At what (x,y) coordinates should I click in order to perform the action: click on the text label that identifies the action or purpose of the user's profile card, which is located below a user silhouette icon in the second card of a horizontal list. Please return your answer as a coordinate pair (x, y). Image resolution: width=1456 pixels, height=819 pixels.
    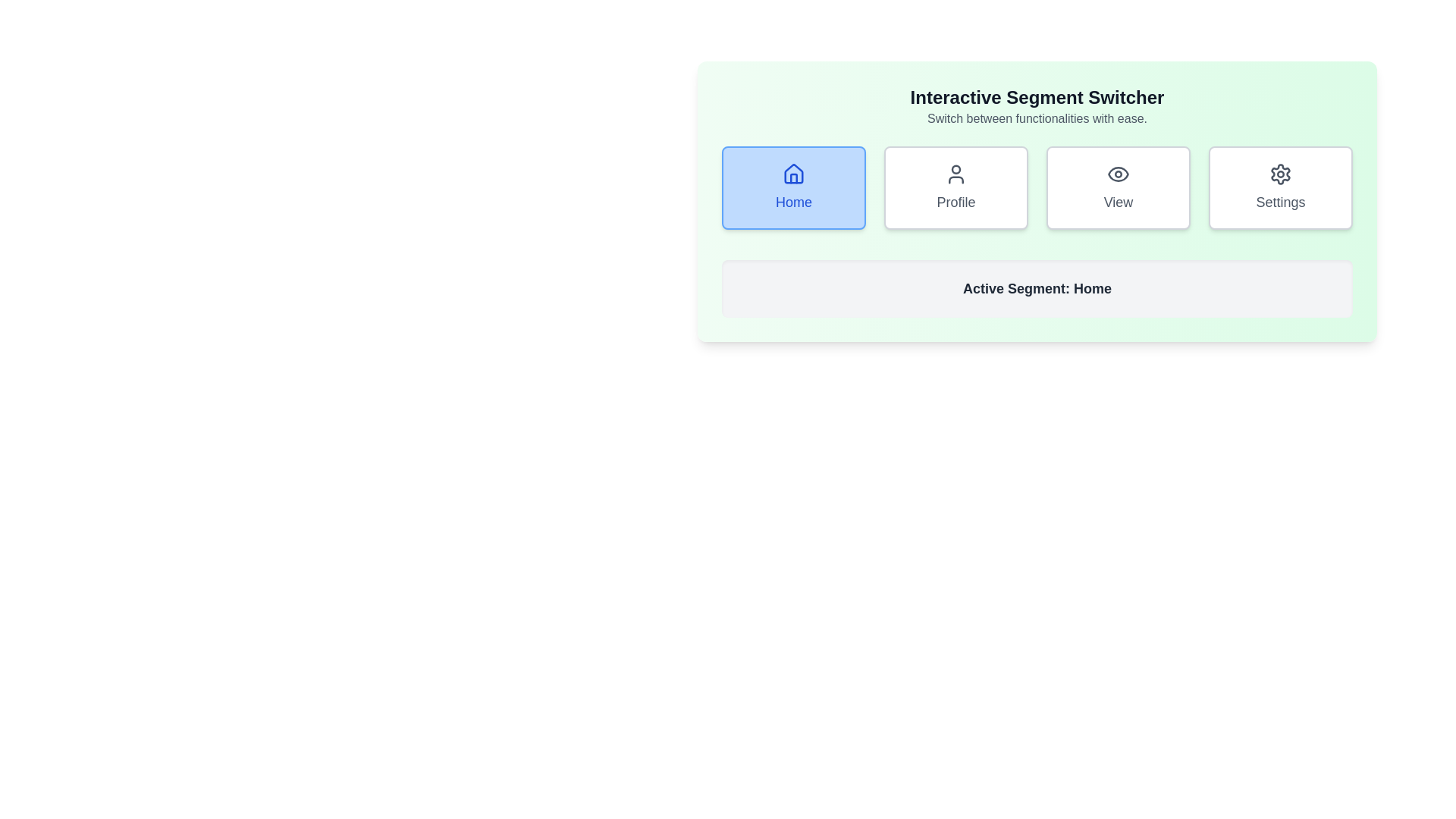
    Looking at the image, I should click on (955, 201).